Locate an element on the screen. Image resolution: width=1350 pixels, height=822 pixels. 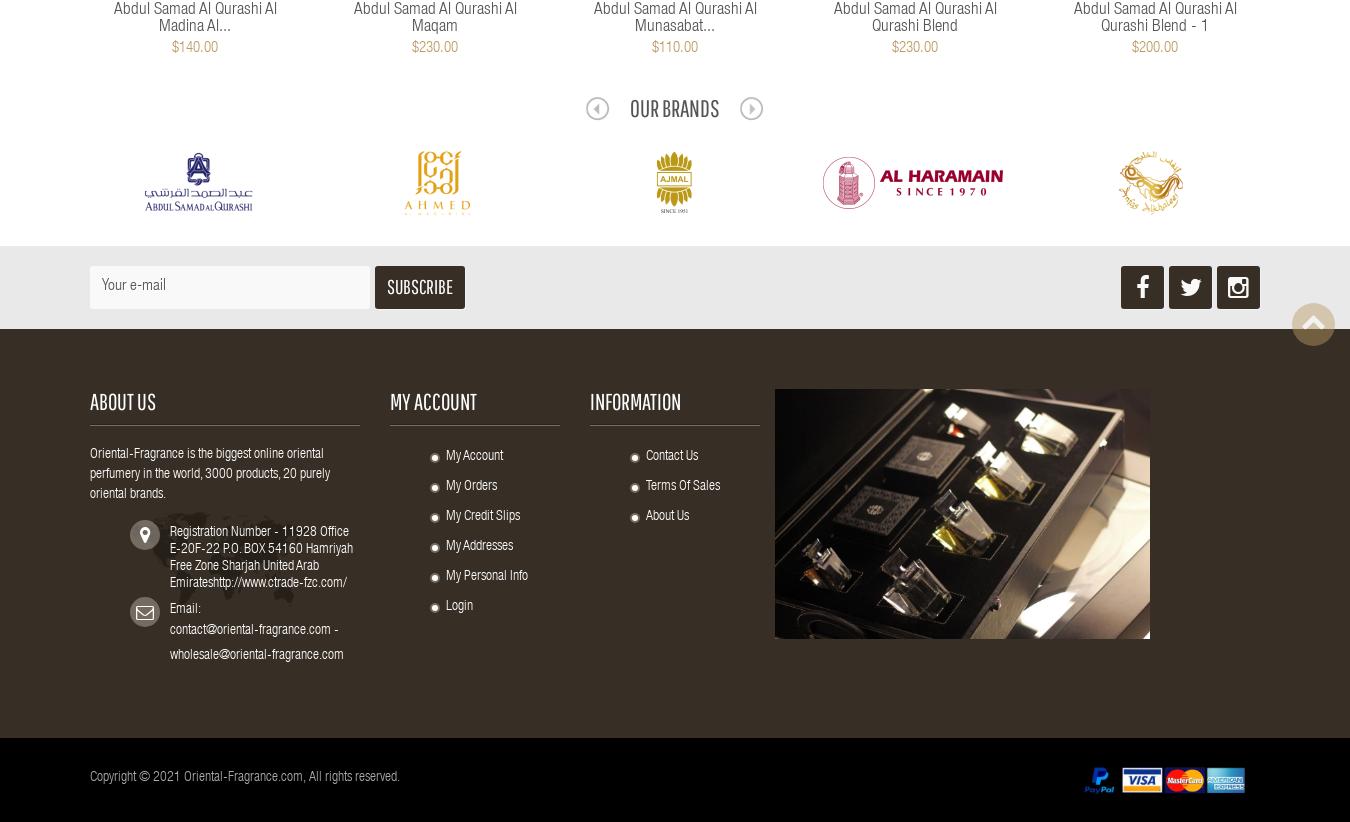
'Terms of Sales' is located at coordinates (681, 487).